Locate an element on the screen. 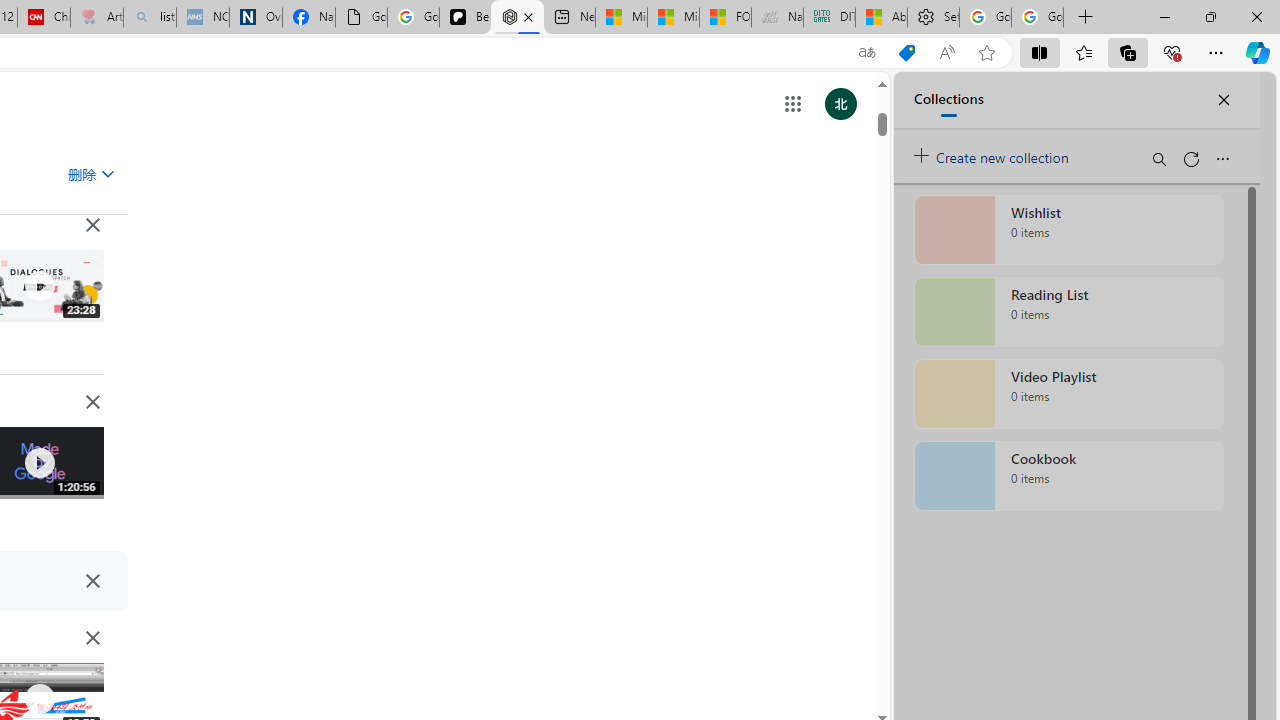 The width and height of the screenshot is (1280, 720). 'This site has coupons! Shopping in Microsoft Edge' is located at coordinates (905, 52).